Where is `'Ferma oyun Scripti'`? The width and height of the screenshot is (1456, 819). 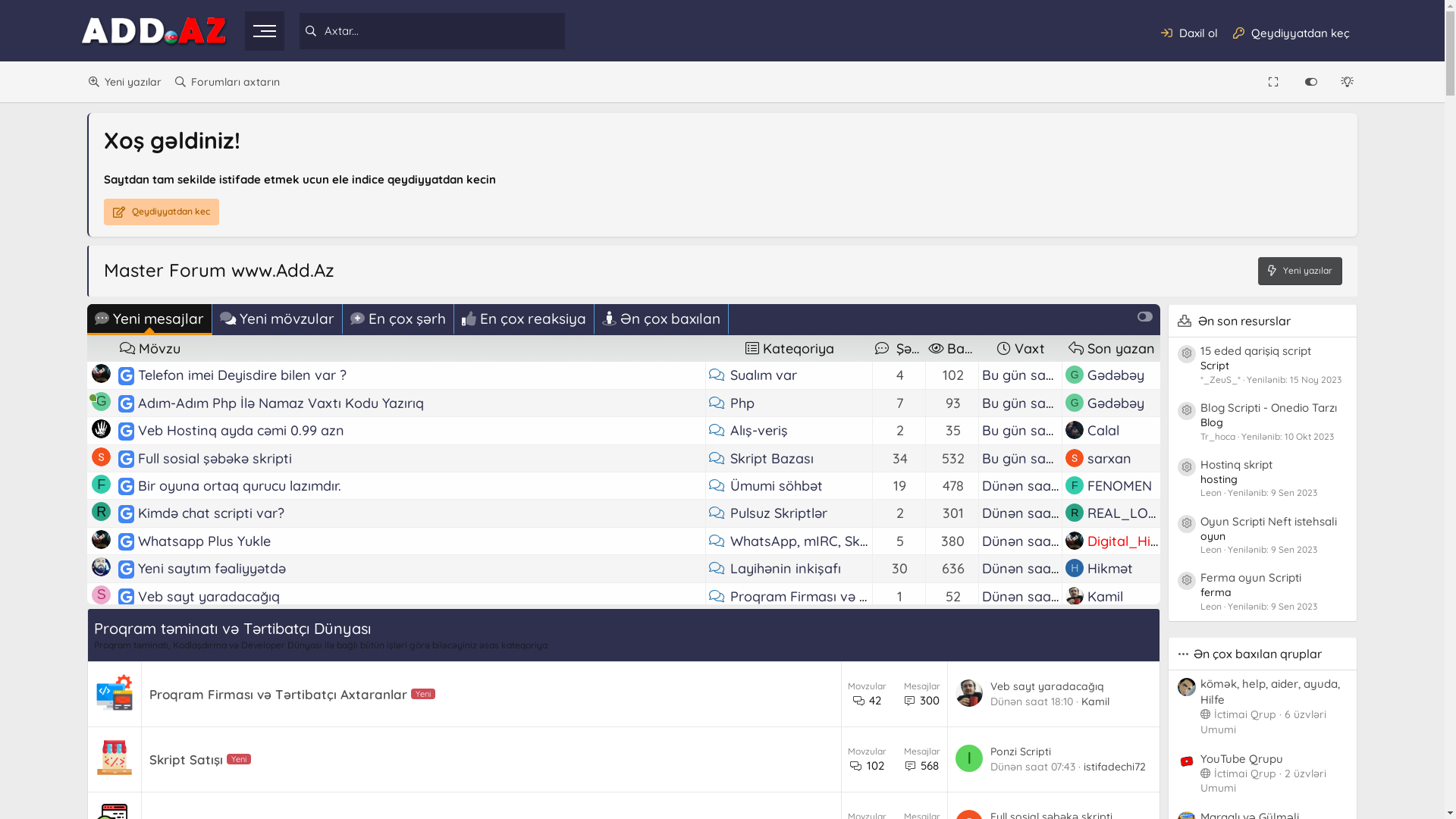
'Ferma oyun Scripti' is located at coordinates (1200, 577).